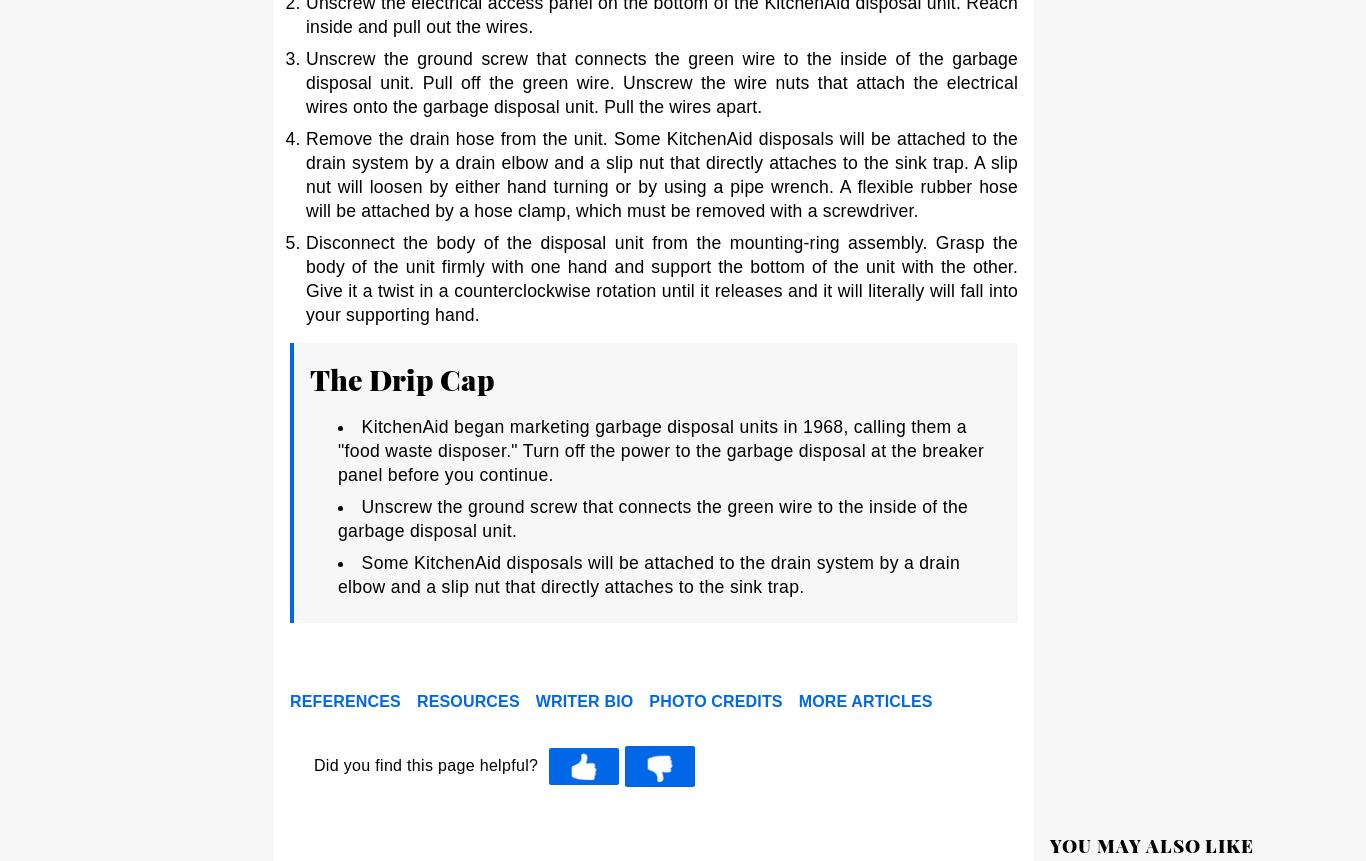 The image size is (1366, 861). What do you see at coordinates (651, 519) in the screenshot?
I see `'Unscrew the ground screw that connects the green wire to the inside of the garbage disposal unit.'` at bounding box center [651, 519].